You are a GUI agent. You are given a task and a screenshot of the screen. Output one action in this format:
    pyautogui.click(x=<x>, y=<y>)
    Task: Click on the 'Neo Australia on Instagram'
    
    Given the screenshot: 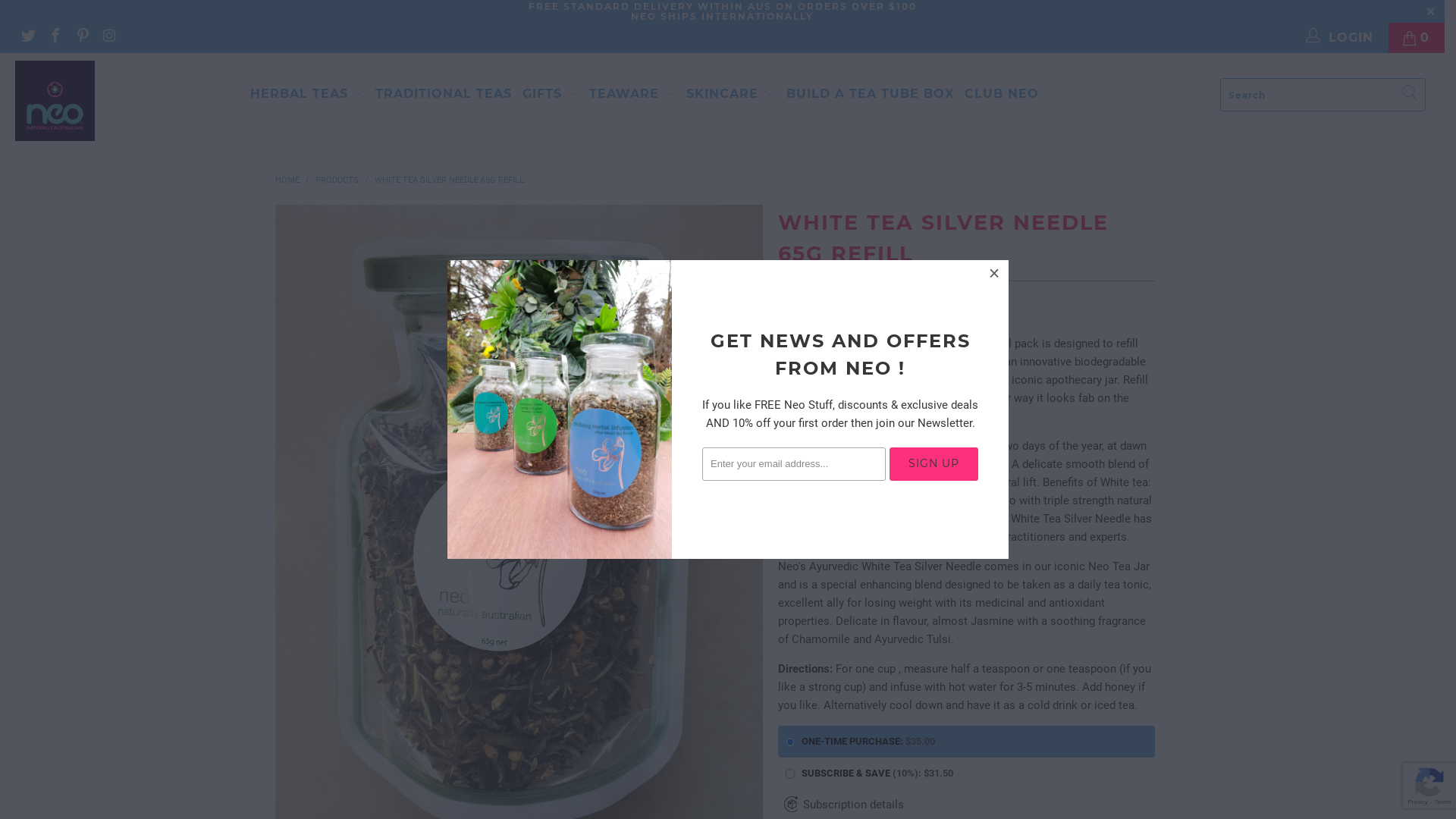 What is the action you would take?
    pyautogui.click(x=108, y=36)
    